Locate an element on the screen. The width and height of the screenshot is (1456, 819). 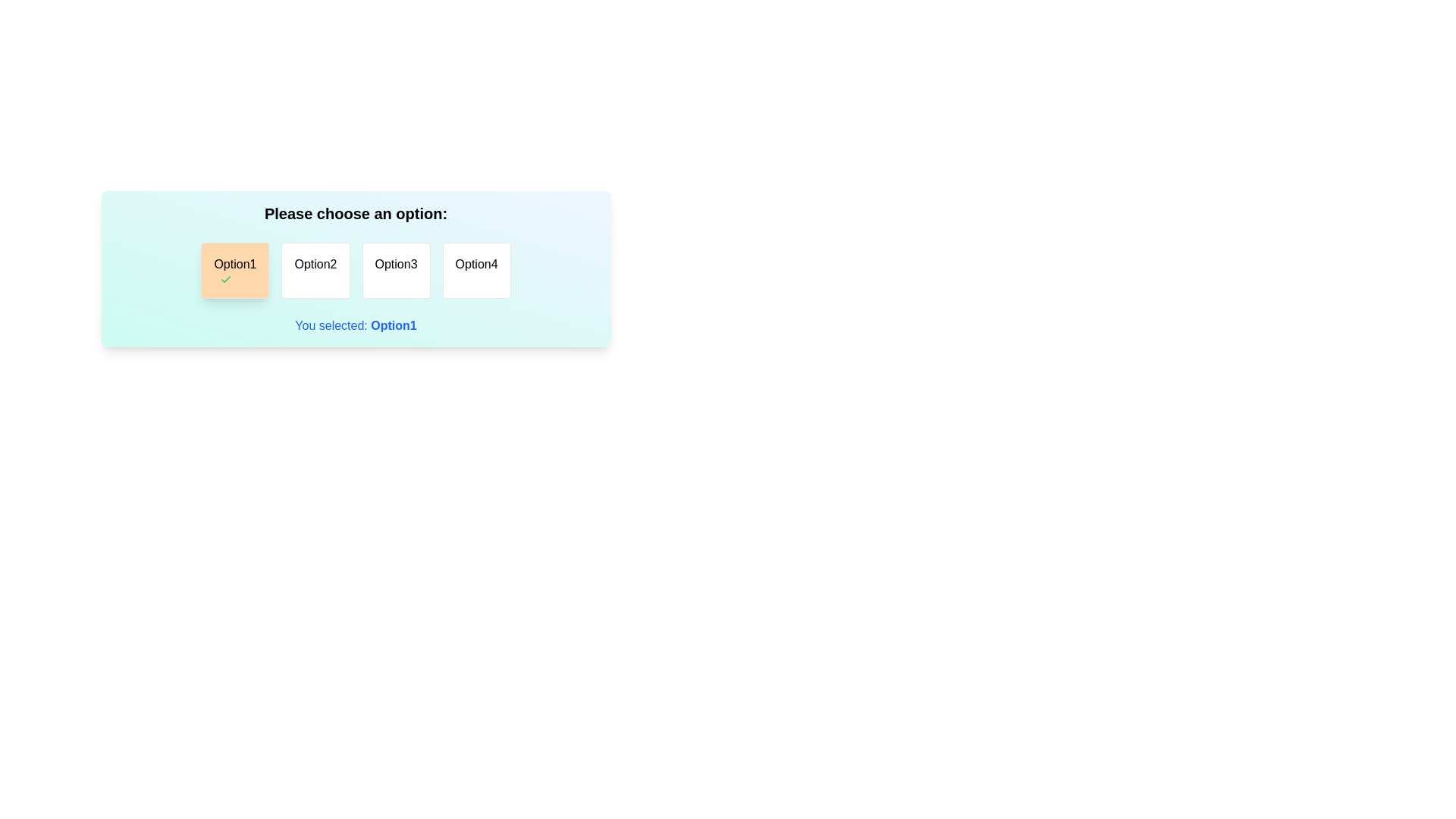
the text label of the leftmost button under the heading 'Please choose an option:' is located at coordinates (234, 263).